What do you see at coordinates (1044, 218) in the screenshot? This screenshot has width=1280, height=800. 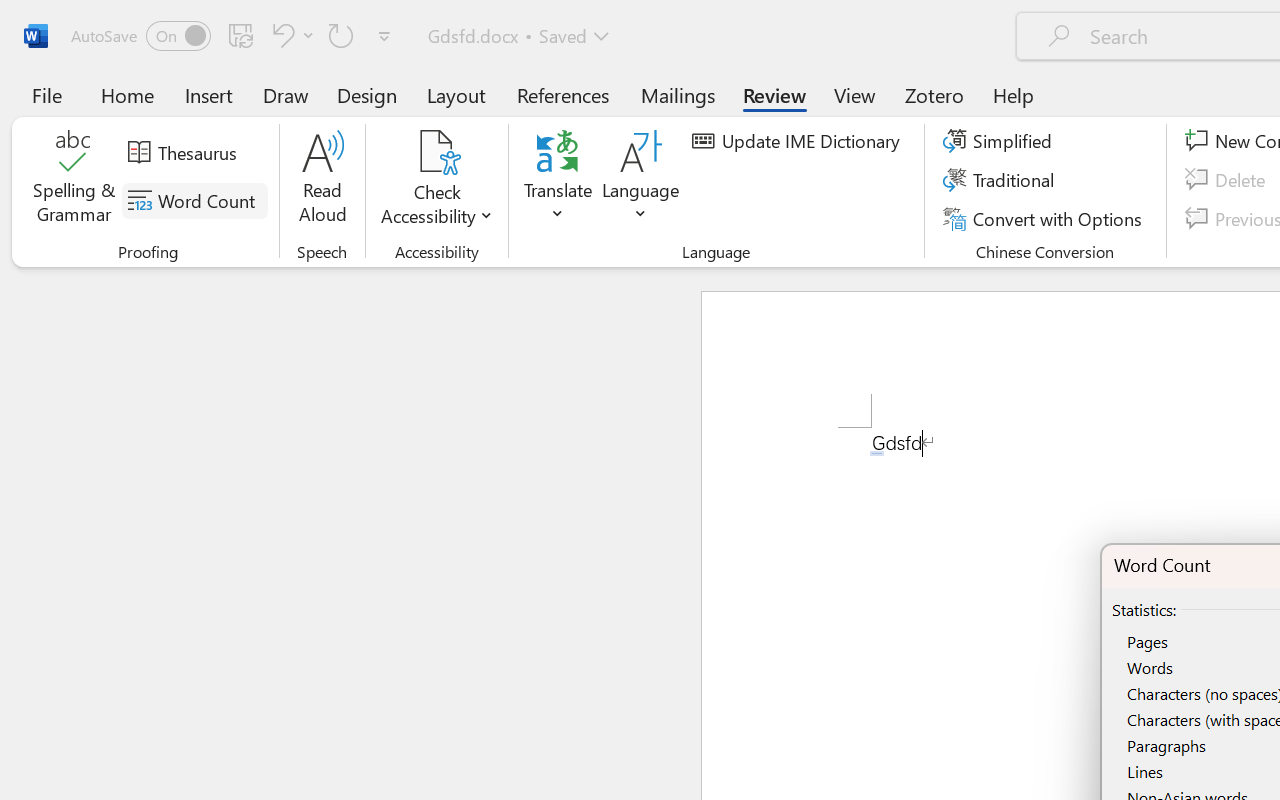 I see `'Convert with Options...'` at bounding box center [1044, 218].